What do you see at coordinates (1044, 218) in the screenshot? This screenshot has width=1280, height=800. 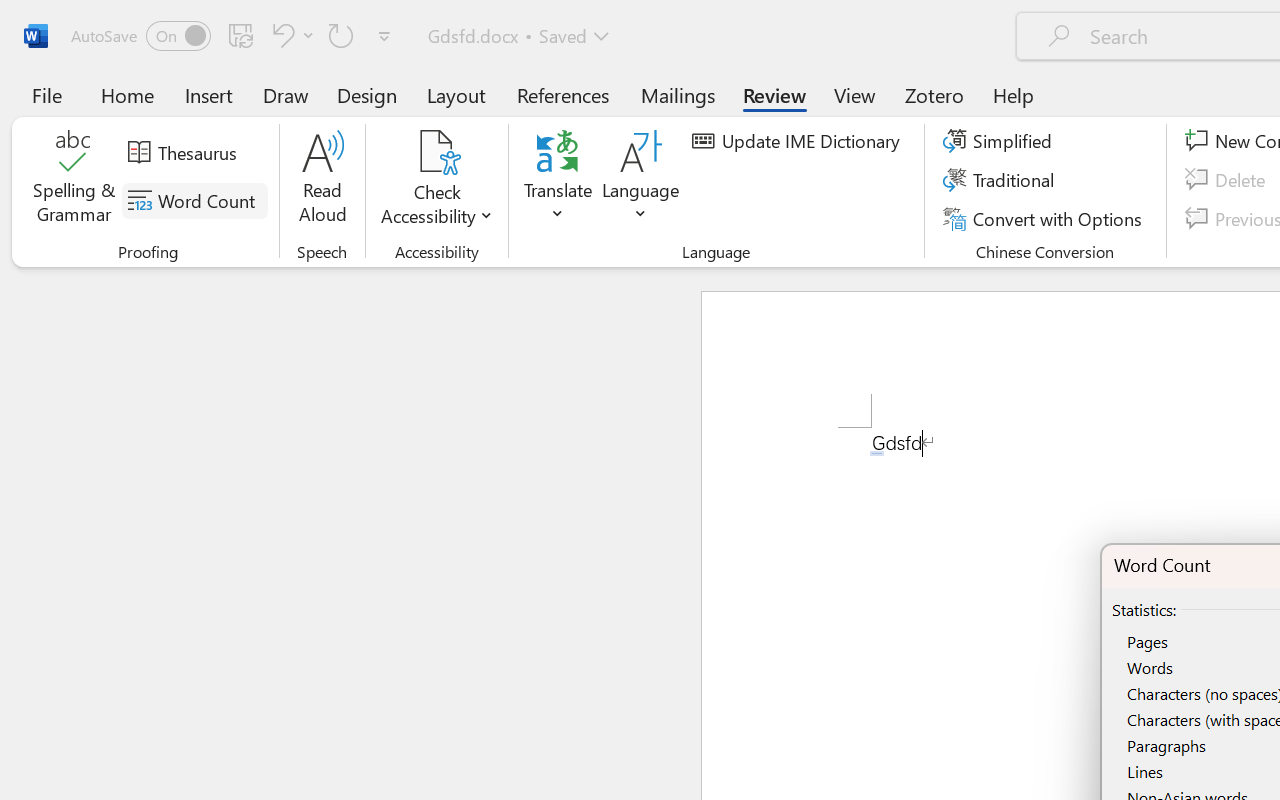 I see `'Convert with Options...'` at bounding box center [1044, 218].